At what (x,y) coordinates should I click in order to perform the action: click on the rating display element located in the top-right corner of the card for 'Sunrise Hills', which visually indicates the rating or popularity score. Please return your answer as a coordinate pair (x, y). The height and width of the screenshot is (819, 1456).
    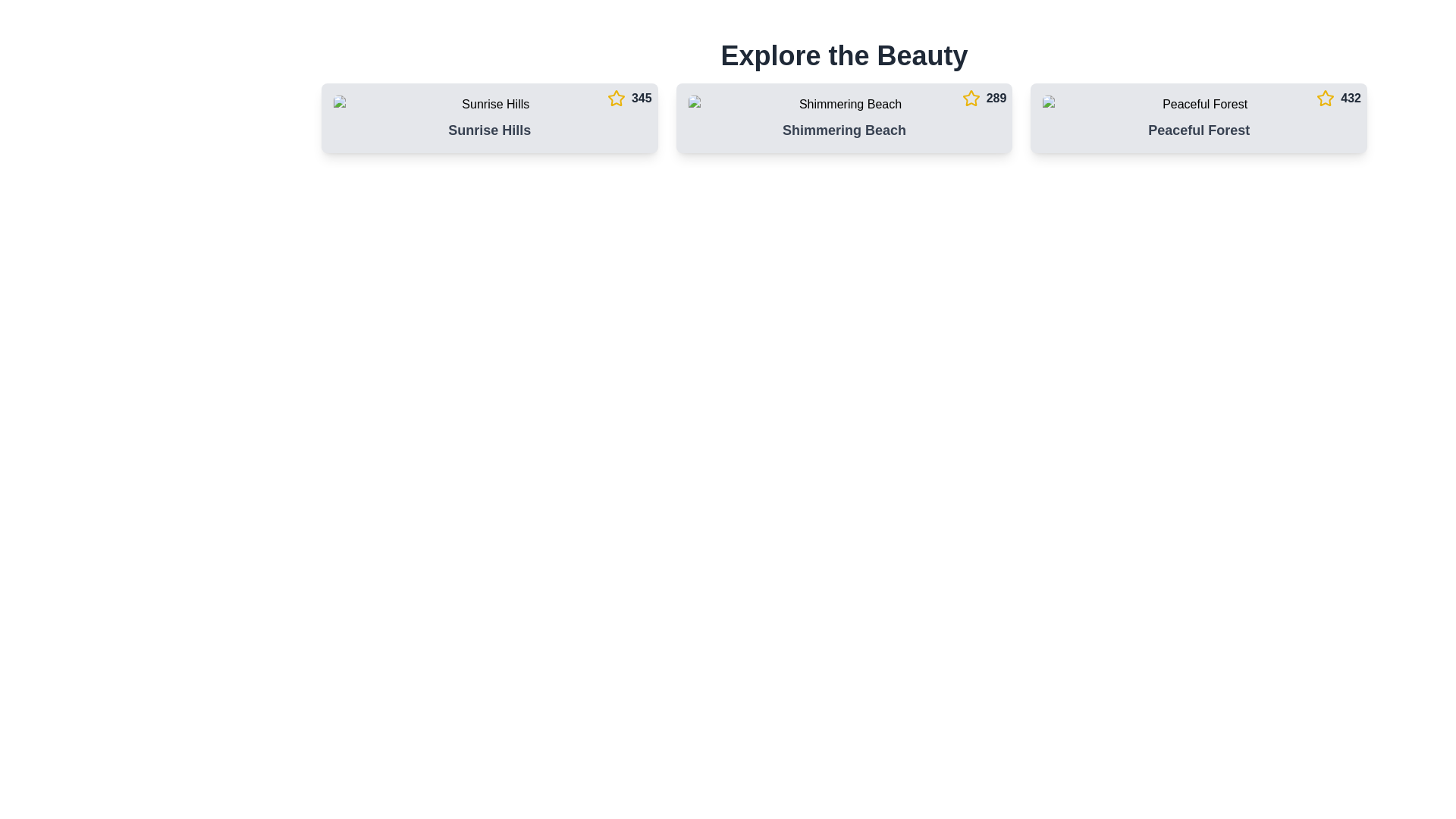
    Looking at the image, I should click on (629, 99).